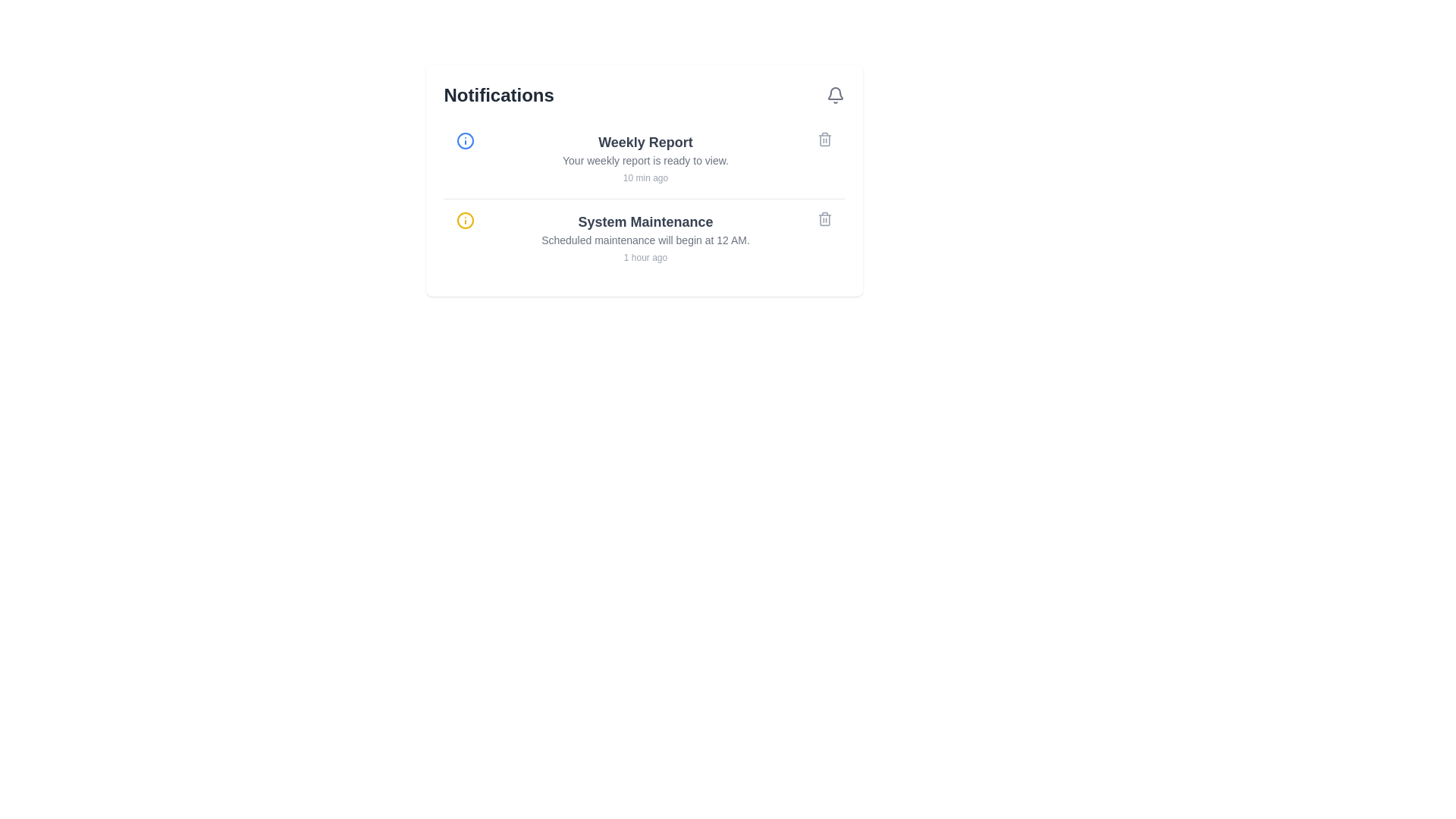  Describe the element at coordinates (834, 93) in the screenshot. I see `the bell icon representing notifications, which is a grey vector graphic with rounded edges located in the upper-right corner of the interface` at that location.